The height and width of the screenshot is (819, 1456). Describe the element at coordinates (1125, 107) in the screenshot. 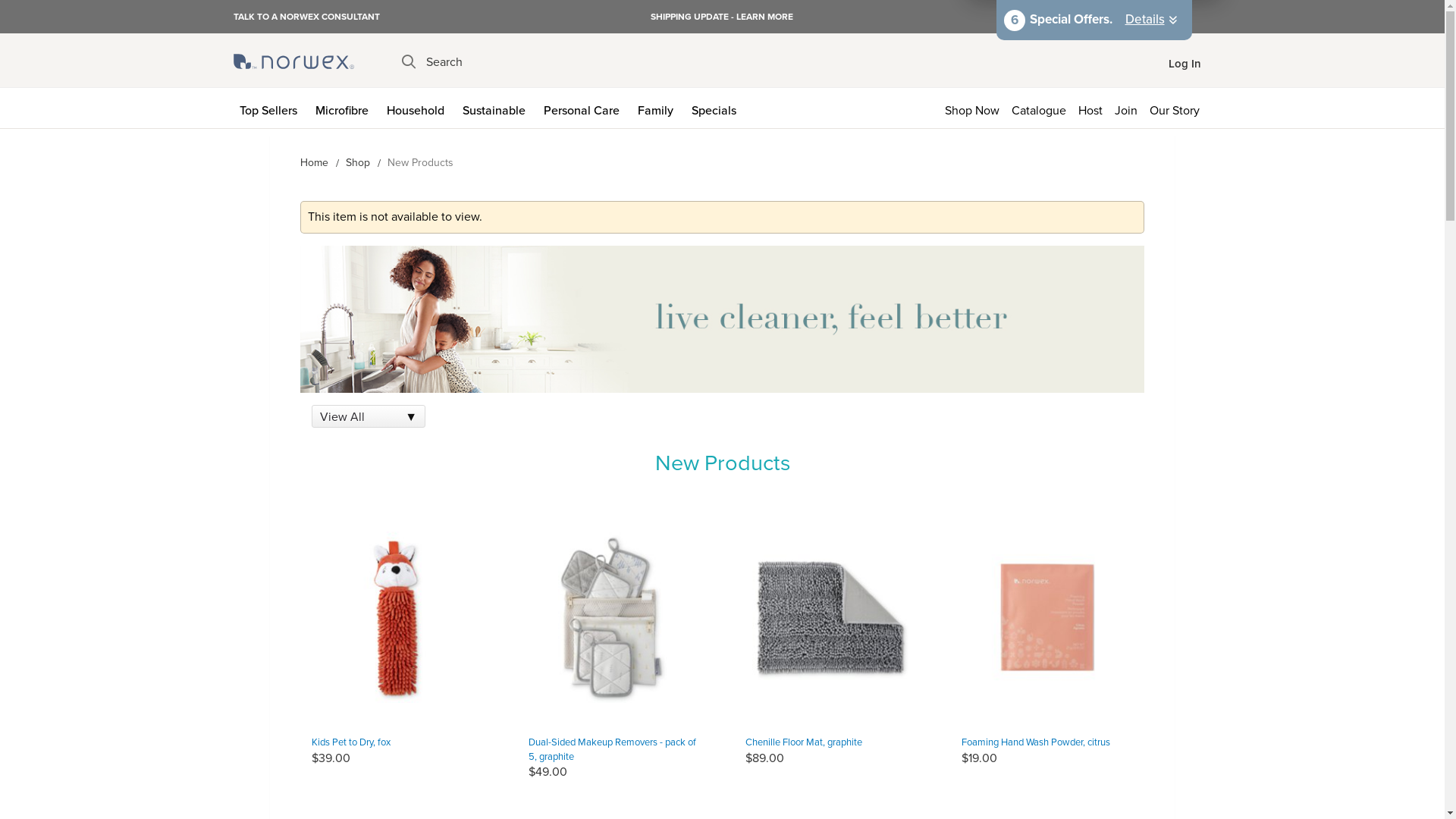

I see `'Join'` at that location.